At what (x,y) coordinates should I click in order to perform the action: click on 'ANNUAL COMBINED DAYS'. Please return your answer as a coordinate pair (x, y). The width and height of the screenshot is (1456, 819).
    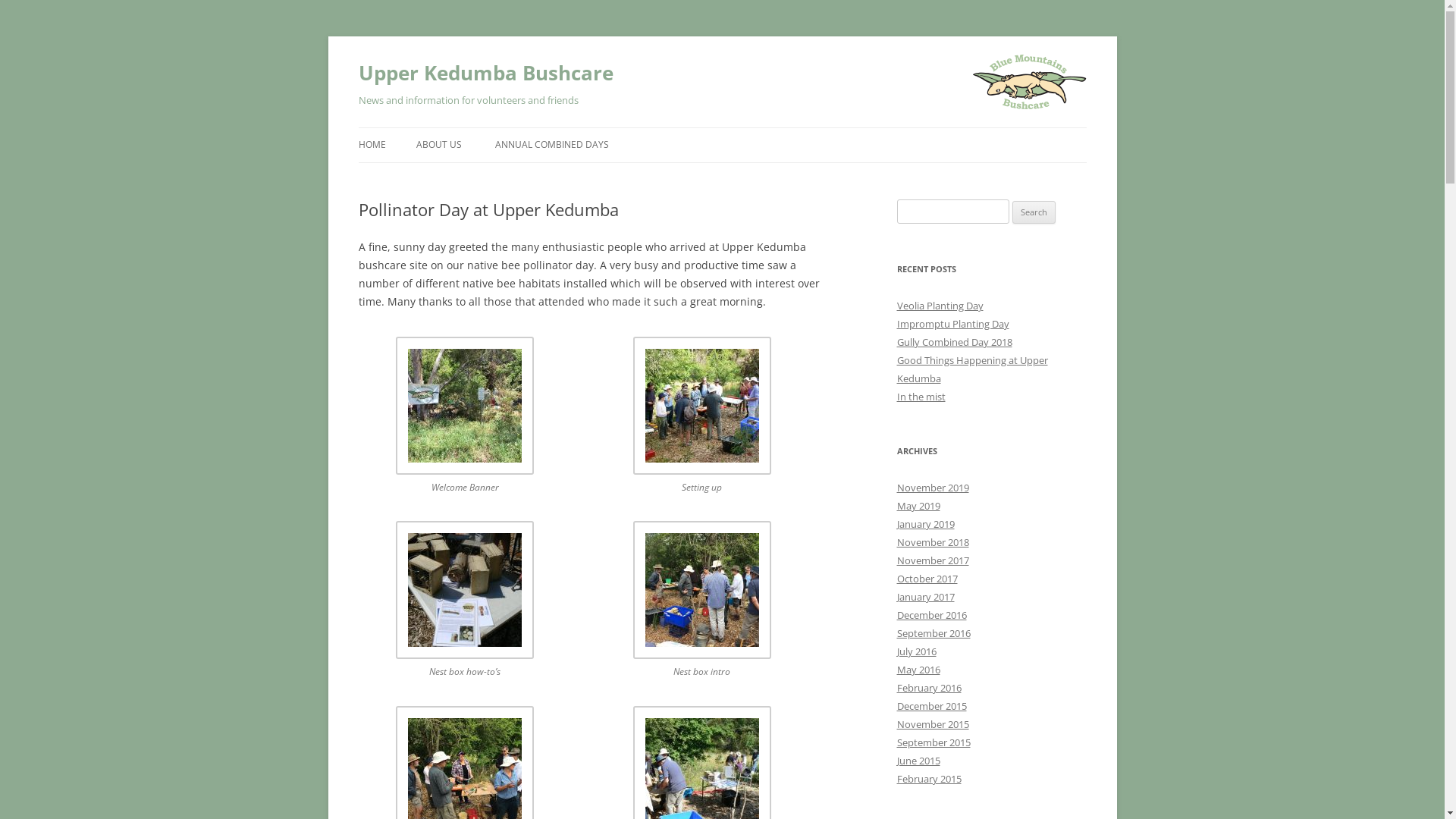
    Looking at the image, I should click on (550, 145).